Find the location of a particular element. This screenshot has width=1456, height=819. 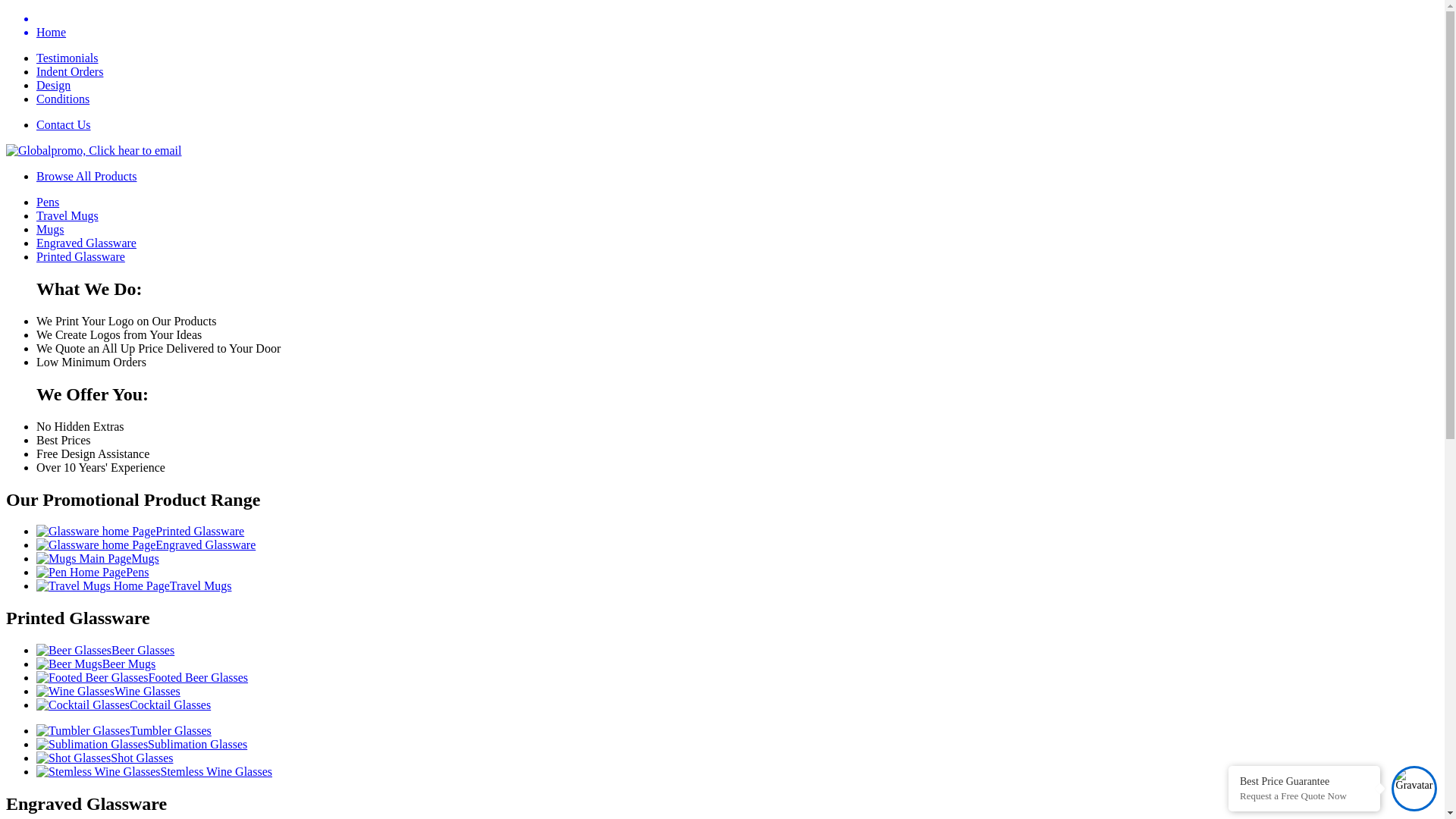

'Travel Mugs' is located at coordinates (133, 585).